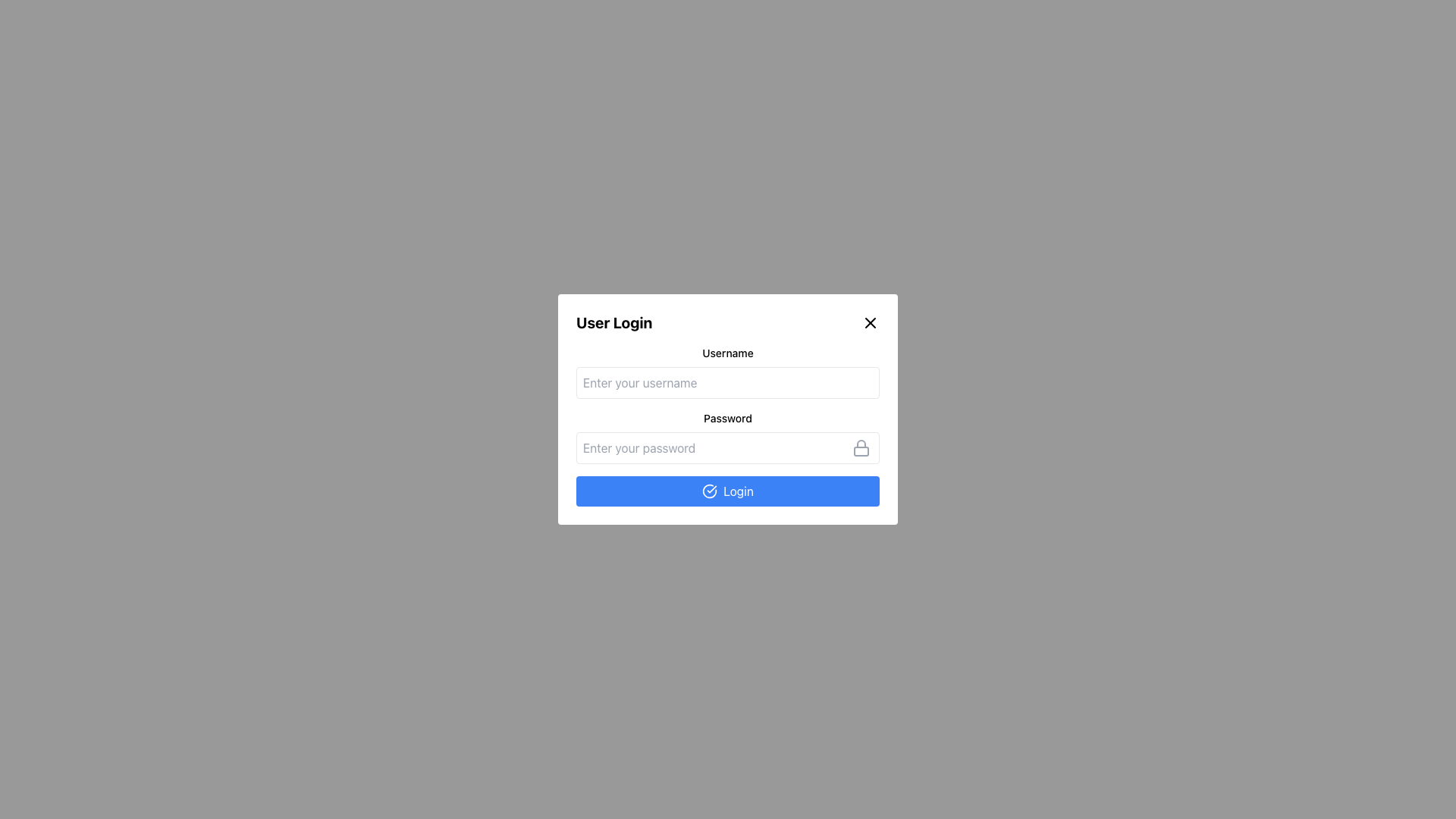 This screenshot has height=819, width=1456. Describe the element at coordinates (870, 322) in the screenshot. I see `the diagonal line of the 'X' shaped close button in the top-right corner of the login modal, which serves as a visual indicator for closing the dialog box` at that location.